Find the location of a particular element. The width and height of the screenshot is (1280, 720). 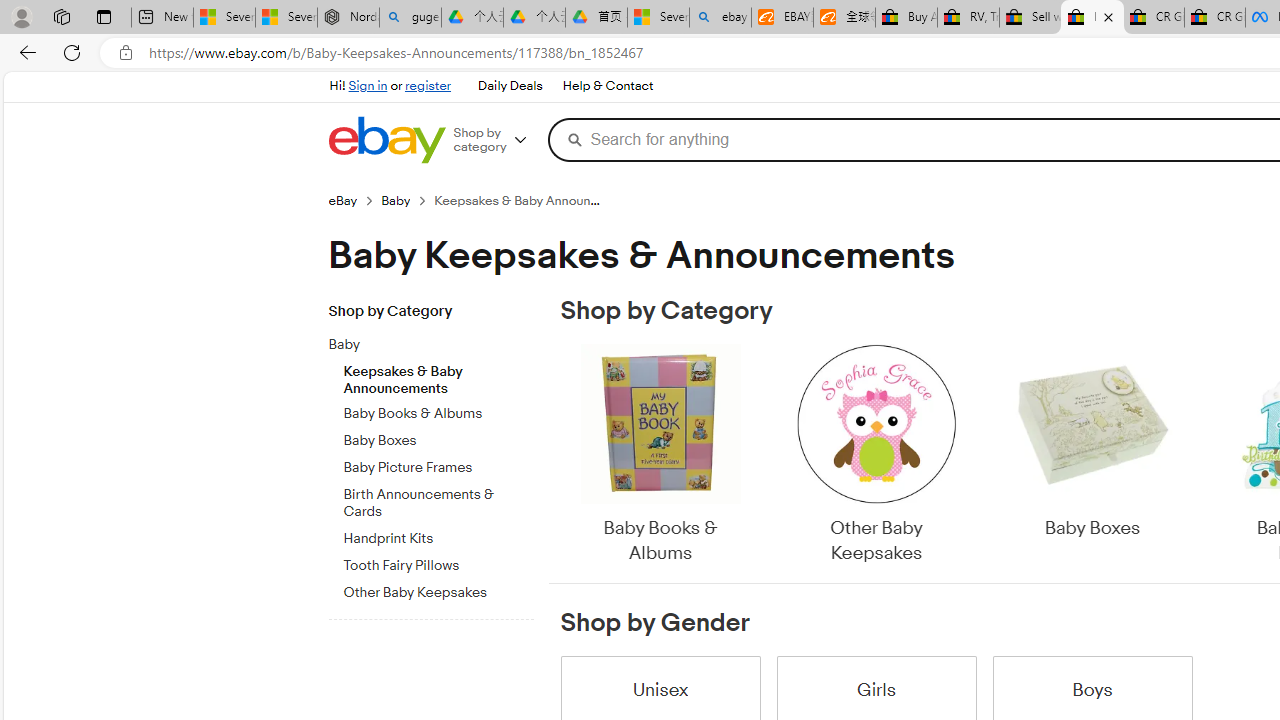

'Baby Boxes' is located at coordinates (1091, 442).